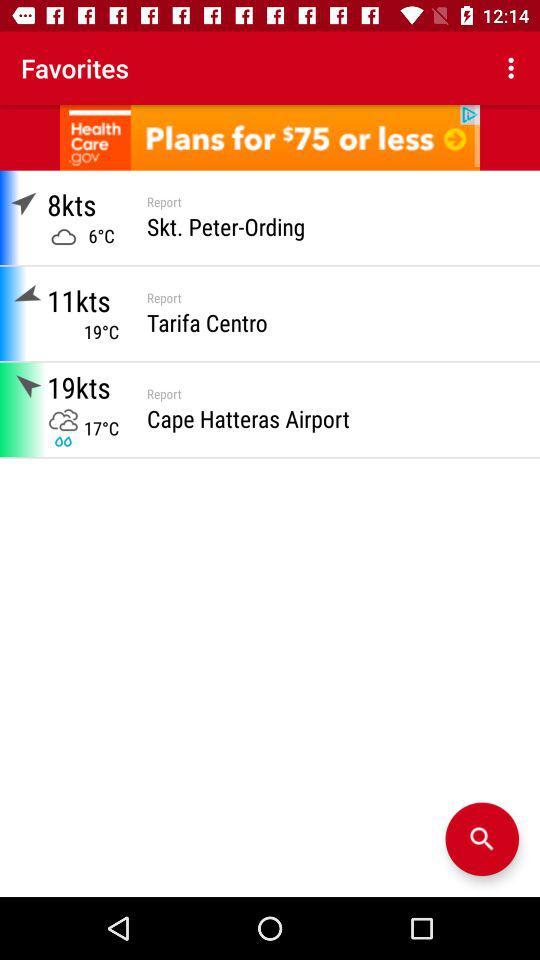 This screenshot has height=960, width=540. What do you see at coordinates (270, 136) in the screenshot?
I see `advertiser website` at bounding box center [270, 136].